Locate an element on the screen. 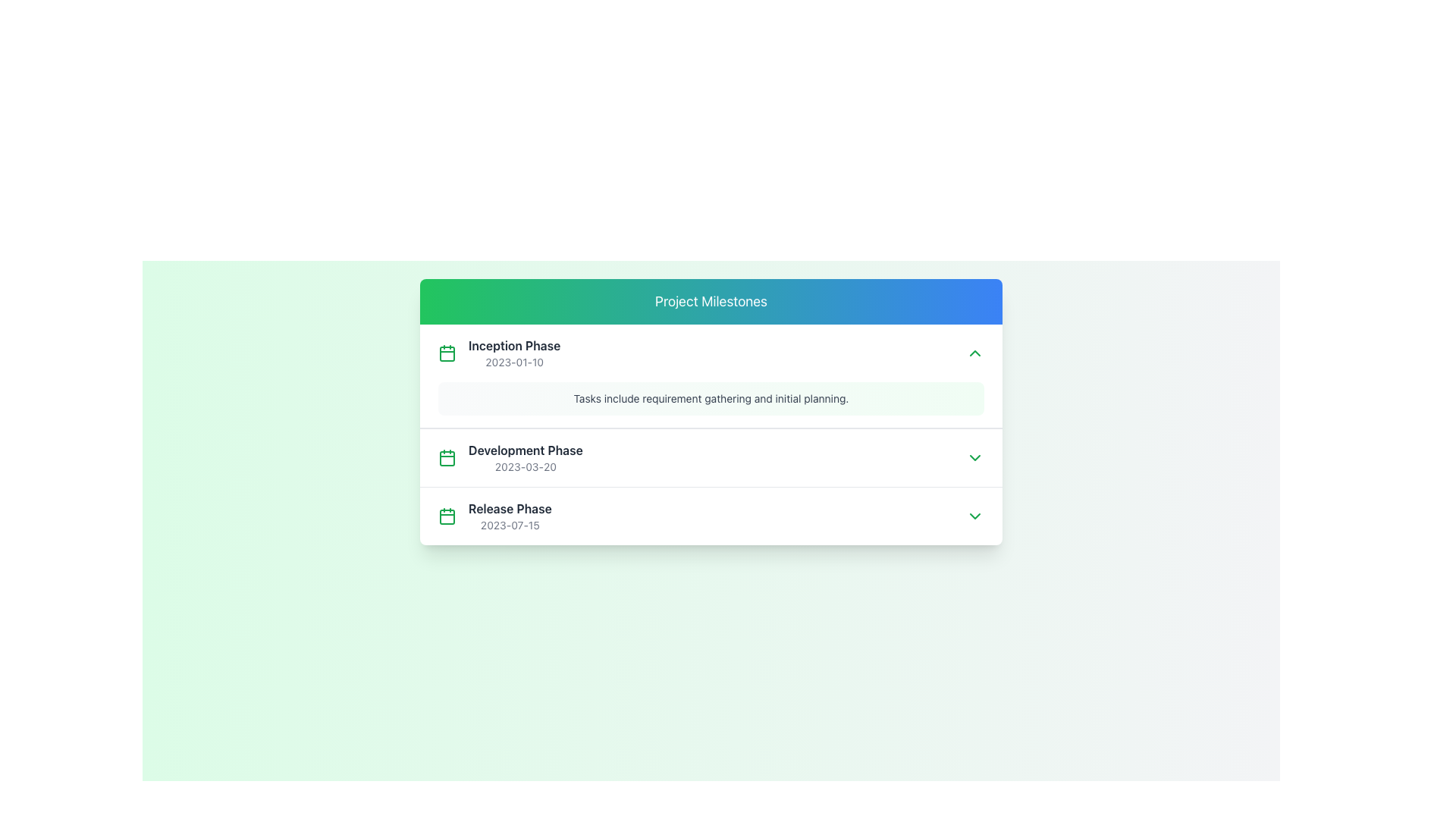 This screenshot has width=1456, height=819. the text label displaying the date of the 'Release Phase' milestone located under the 'Project Milestones' panel is located at coordinates (510, 525).